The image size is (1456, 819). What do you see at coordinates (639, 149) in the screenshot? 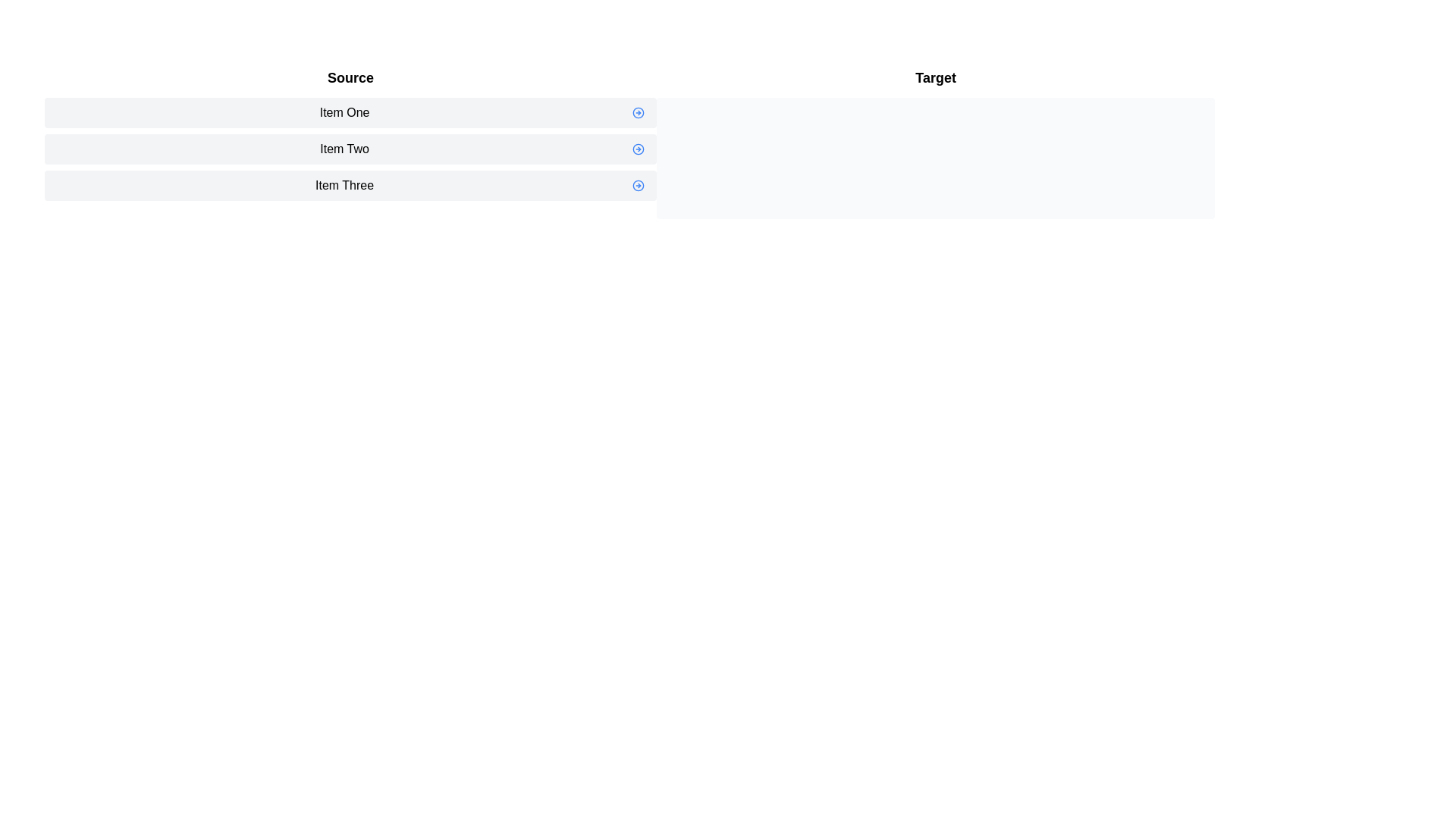
I see `the interactive icon located to the far right of the 'Item Two' row` at bounding box center [639, 149].